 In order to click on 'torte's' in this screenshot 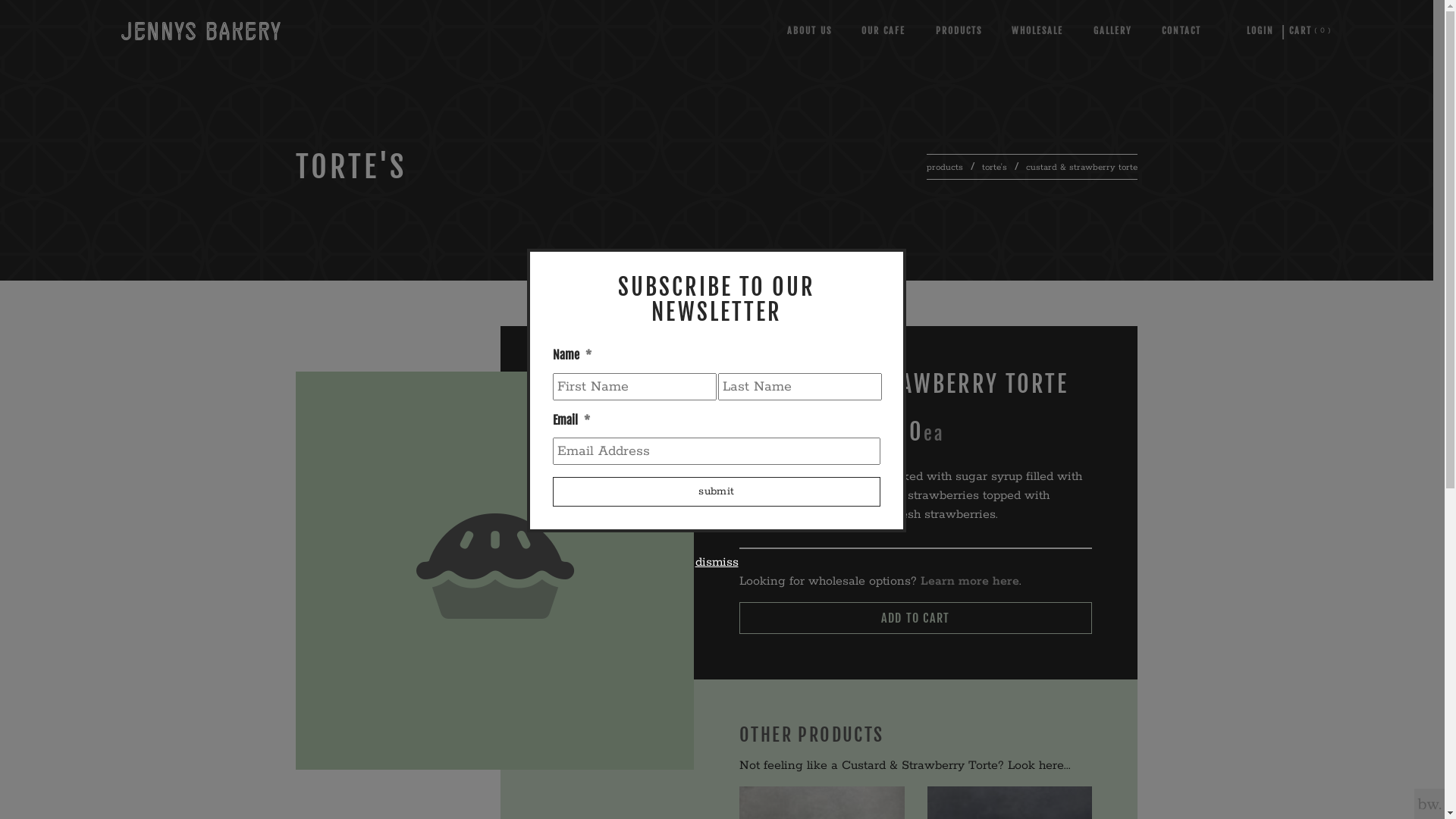, I will do `click(994, 167)`.